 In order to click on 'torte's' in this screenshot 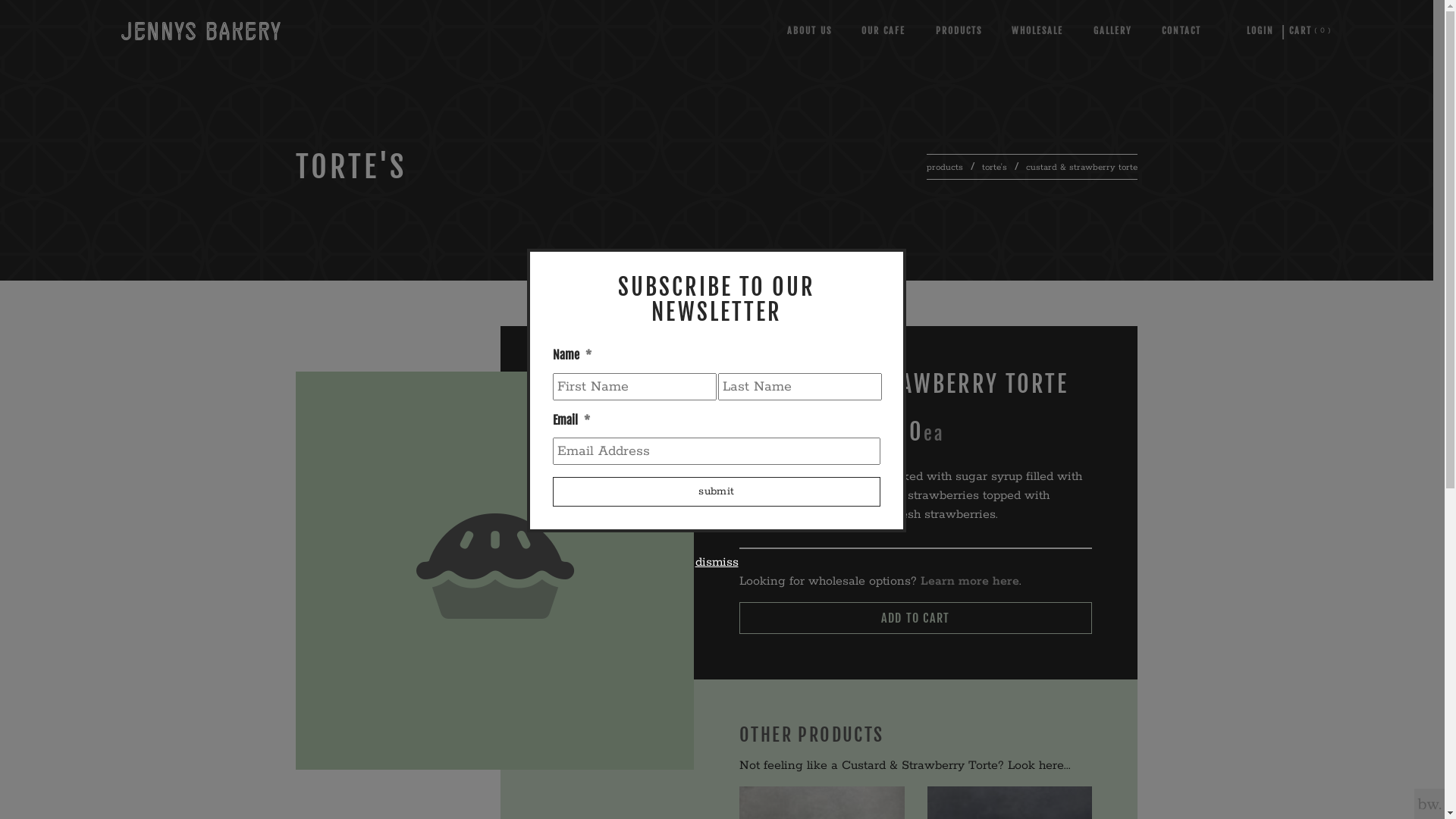, I will do `click(994, 167)`.